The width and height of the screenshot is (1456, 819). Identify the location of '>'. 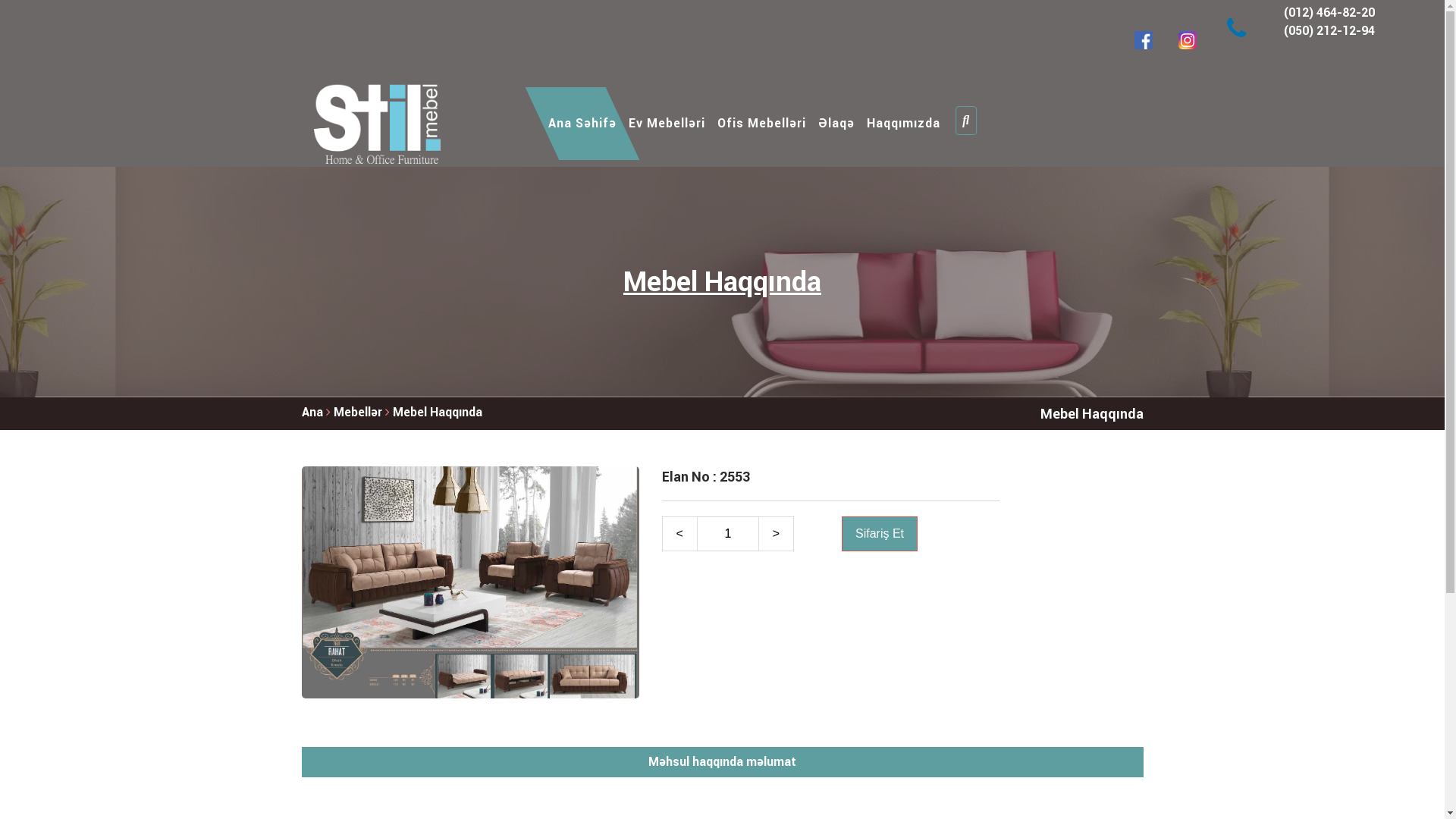
(758, 533).